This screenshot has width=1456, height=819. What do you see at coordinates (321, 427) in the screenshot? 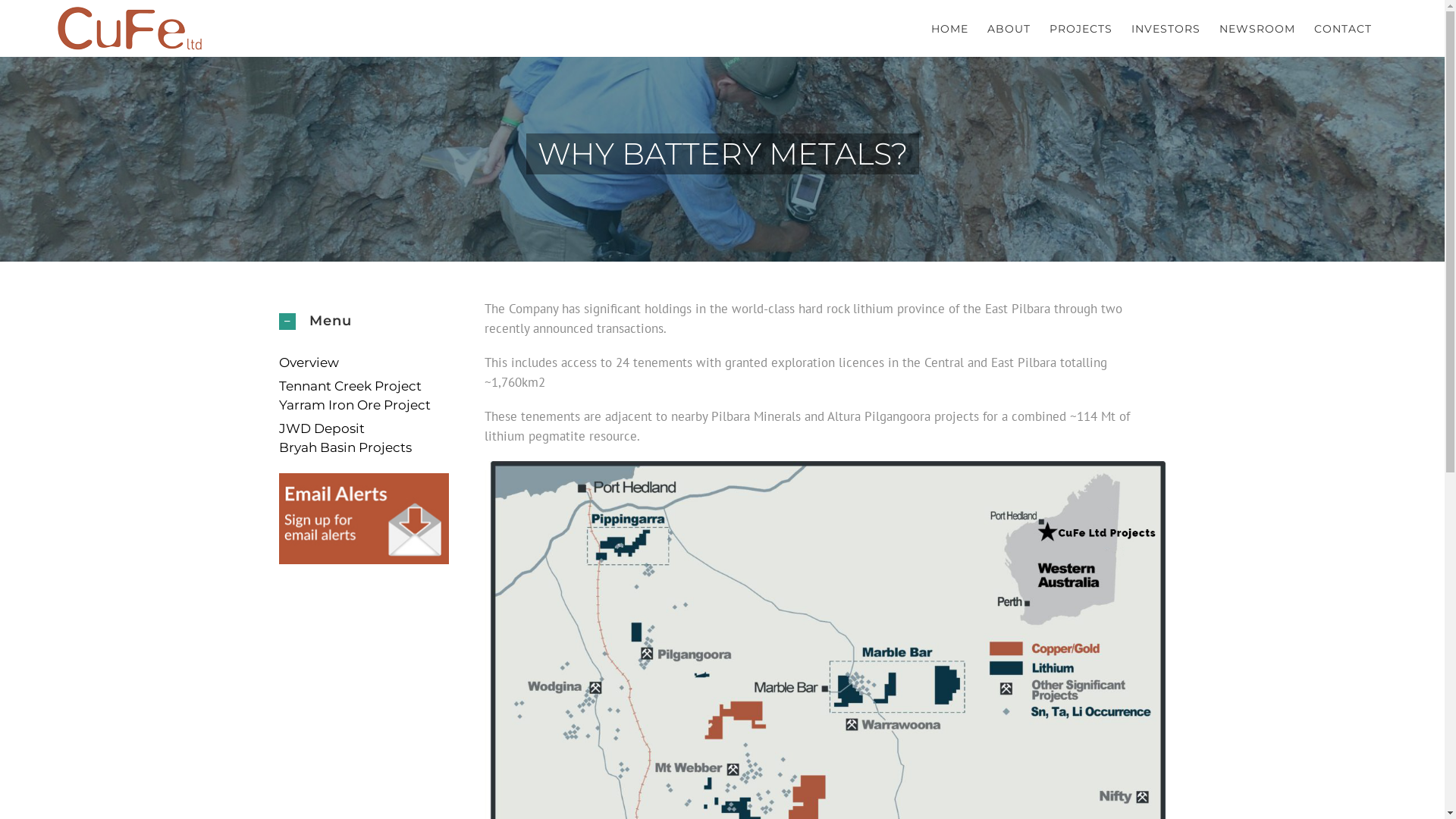
I see `'JWD Deposit'` at bounding box center [321, 427].